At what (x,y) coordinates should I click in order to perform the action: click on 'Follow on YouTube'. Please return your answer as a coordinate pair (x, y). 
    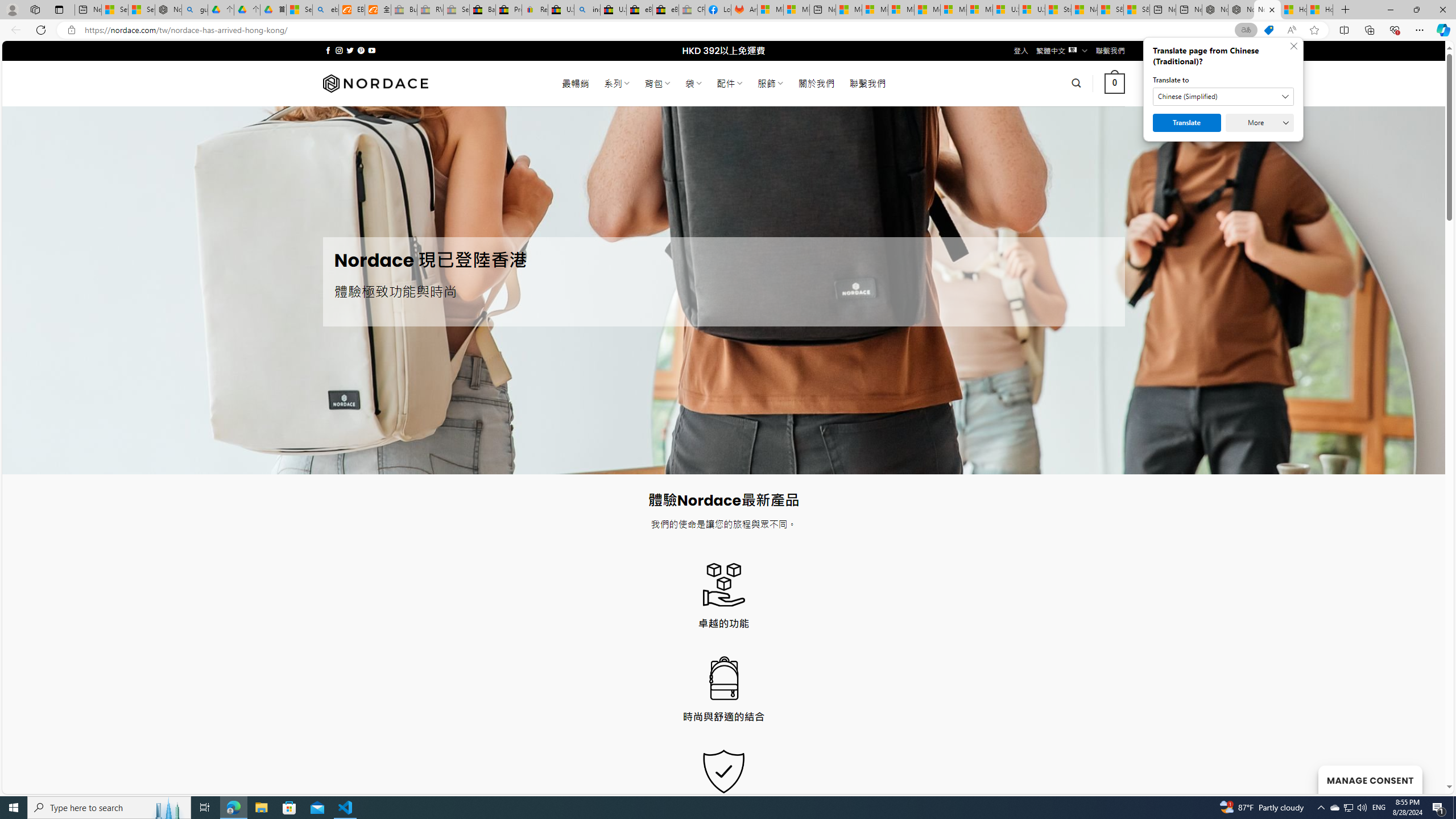
    Looking at the image, I should click on (371, 50).